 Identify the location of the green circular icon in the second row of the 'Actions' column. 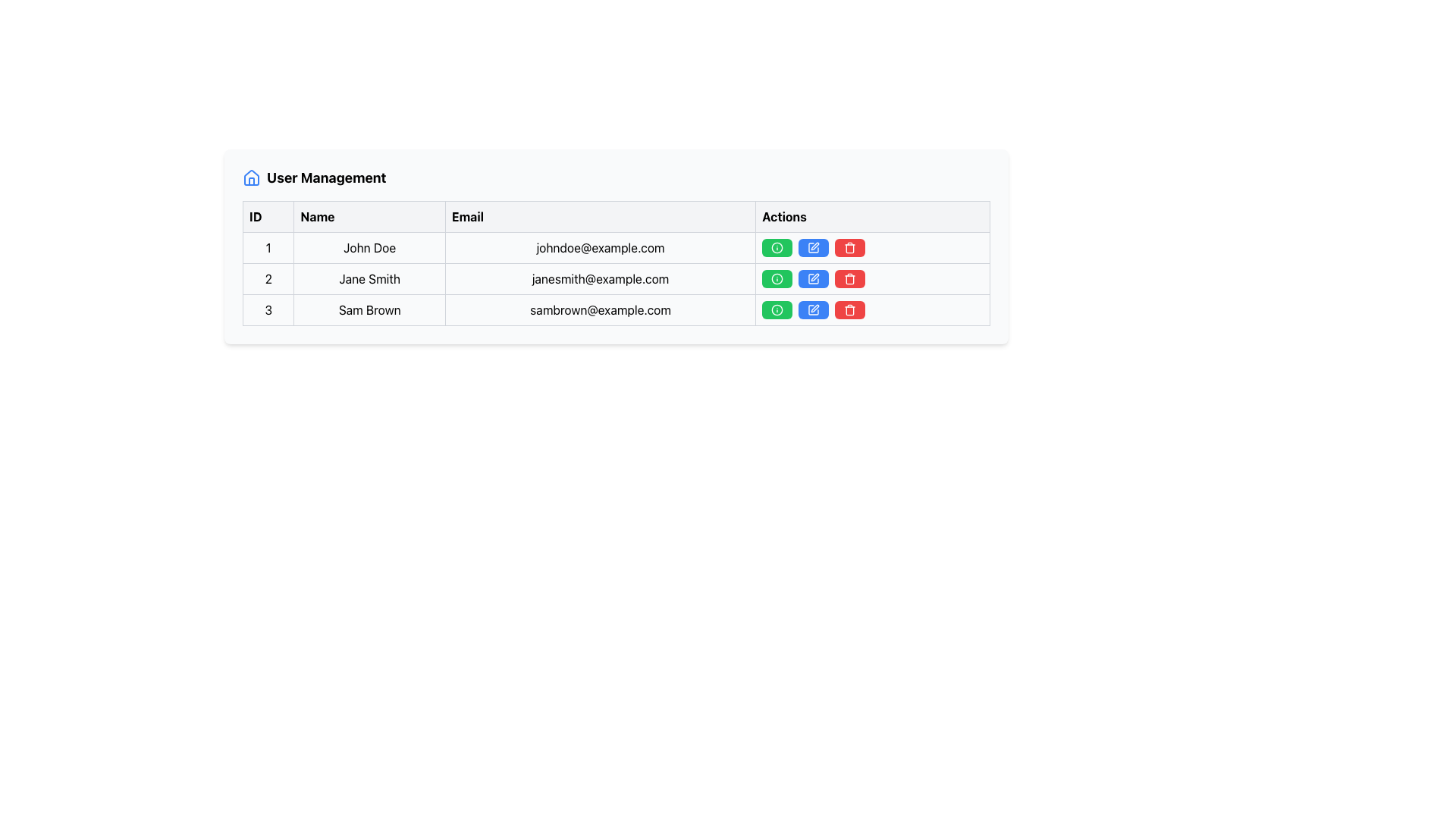
(777, 309).